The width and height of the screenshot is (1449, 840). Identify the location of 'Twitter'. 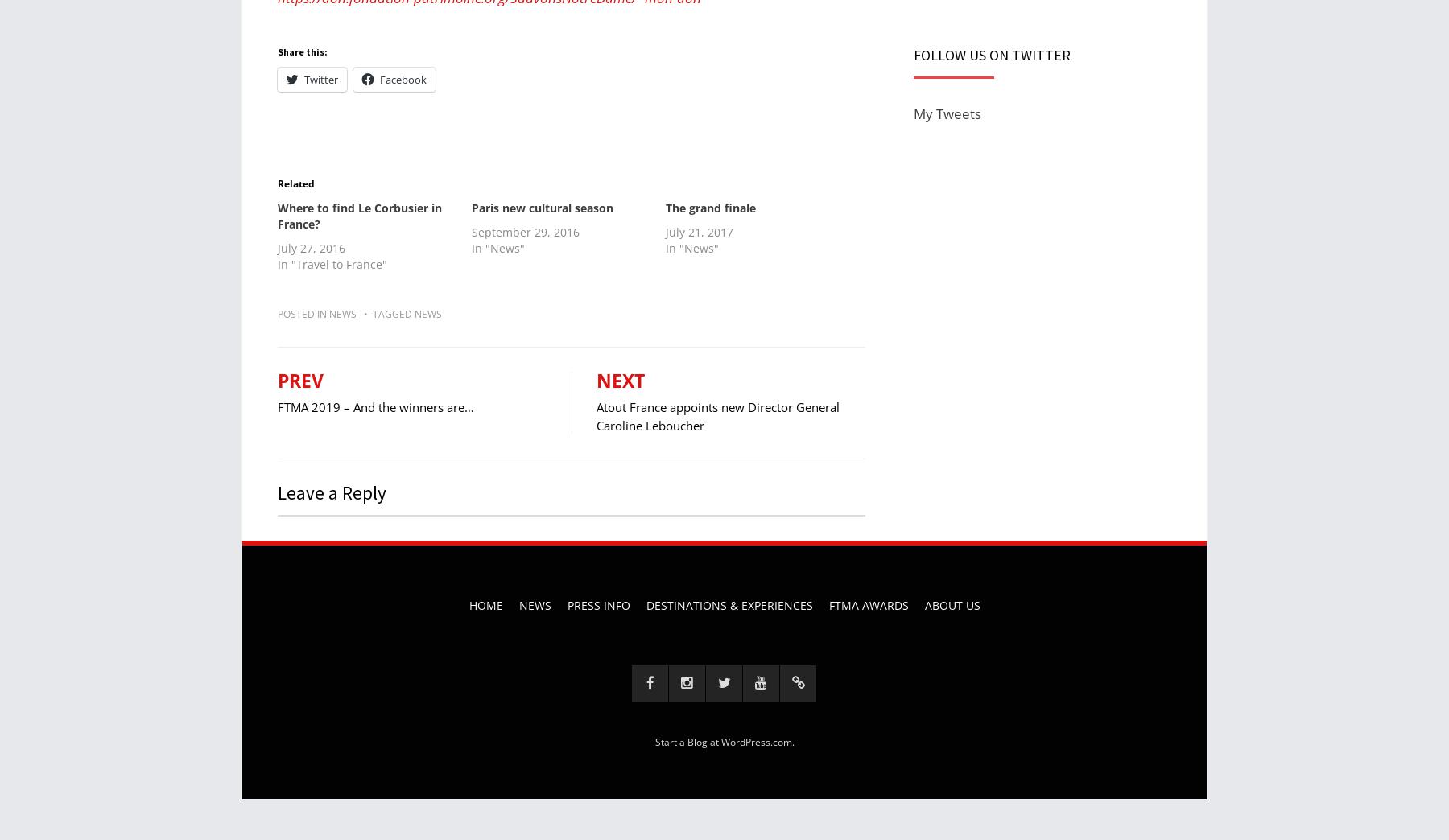
(321, 79).